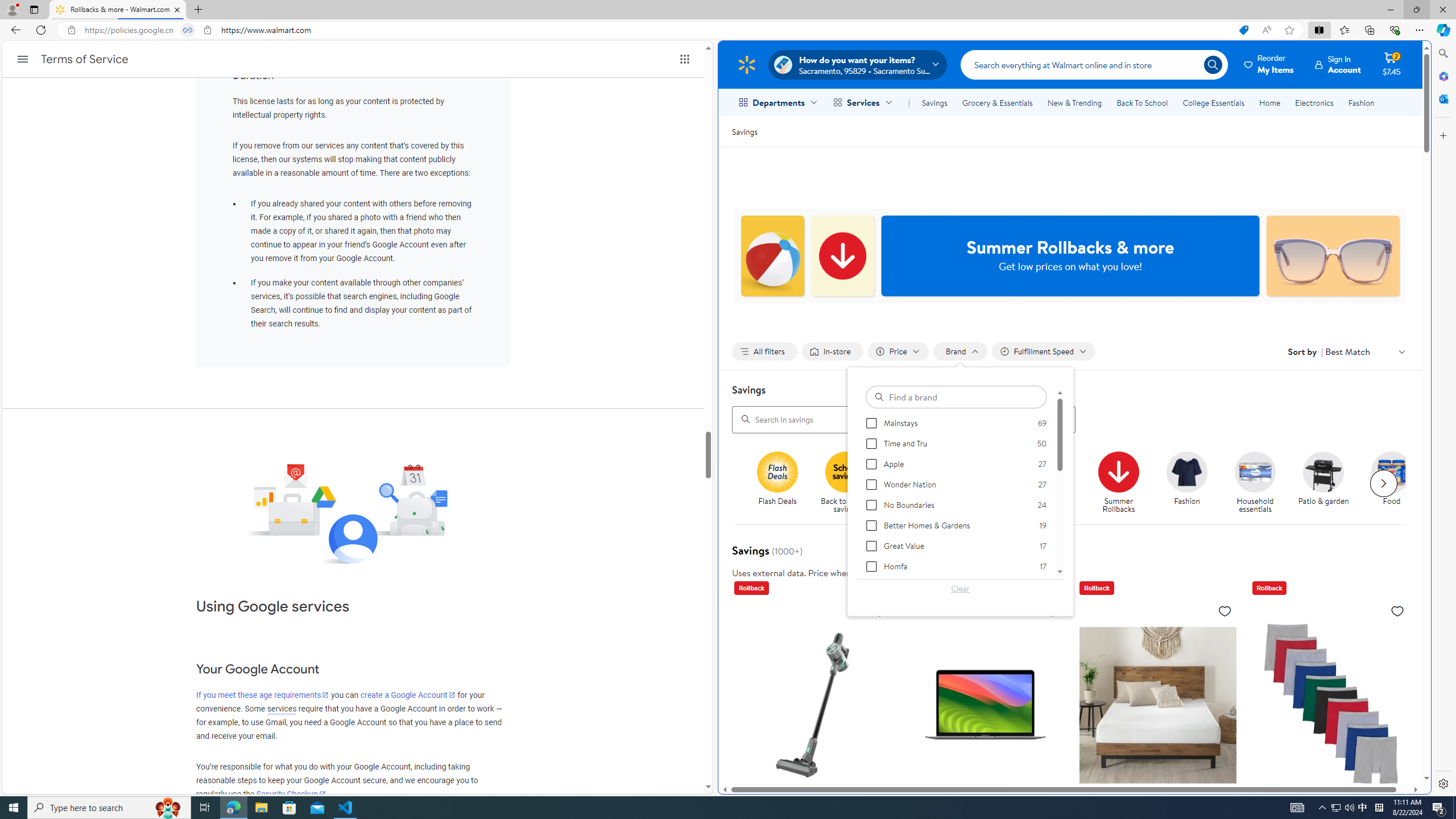  I want to click on 'Patio & garden', so click(1323, 471).